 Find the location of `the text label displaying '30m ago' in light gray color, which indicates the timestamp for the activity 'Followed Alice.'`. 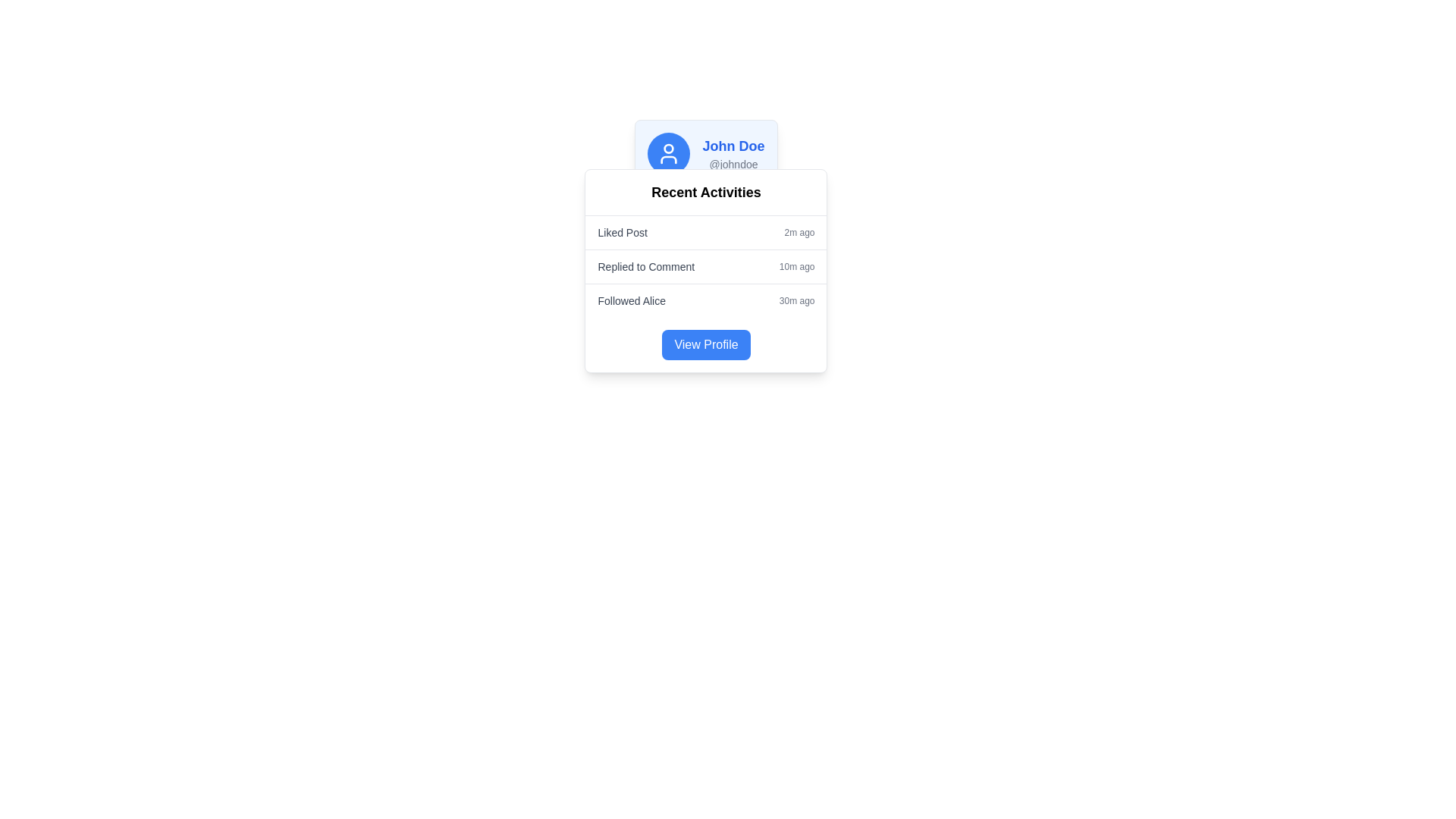

the text label displaying '30m ago' in light gray color, which indicates the timestamp for the activity 'Followed Alice.' is located at coordinates (796, 301).